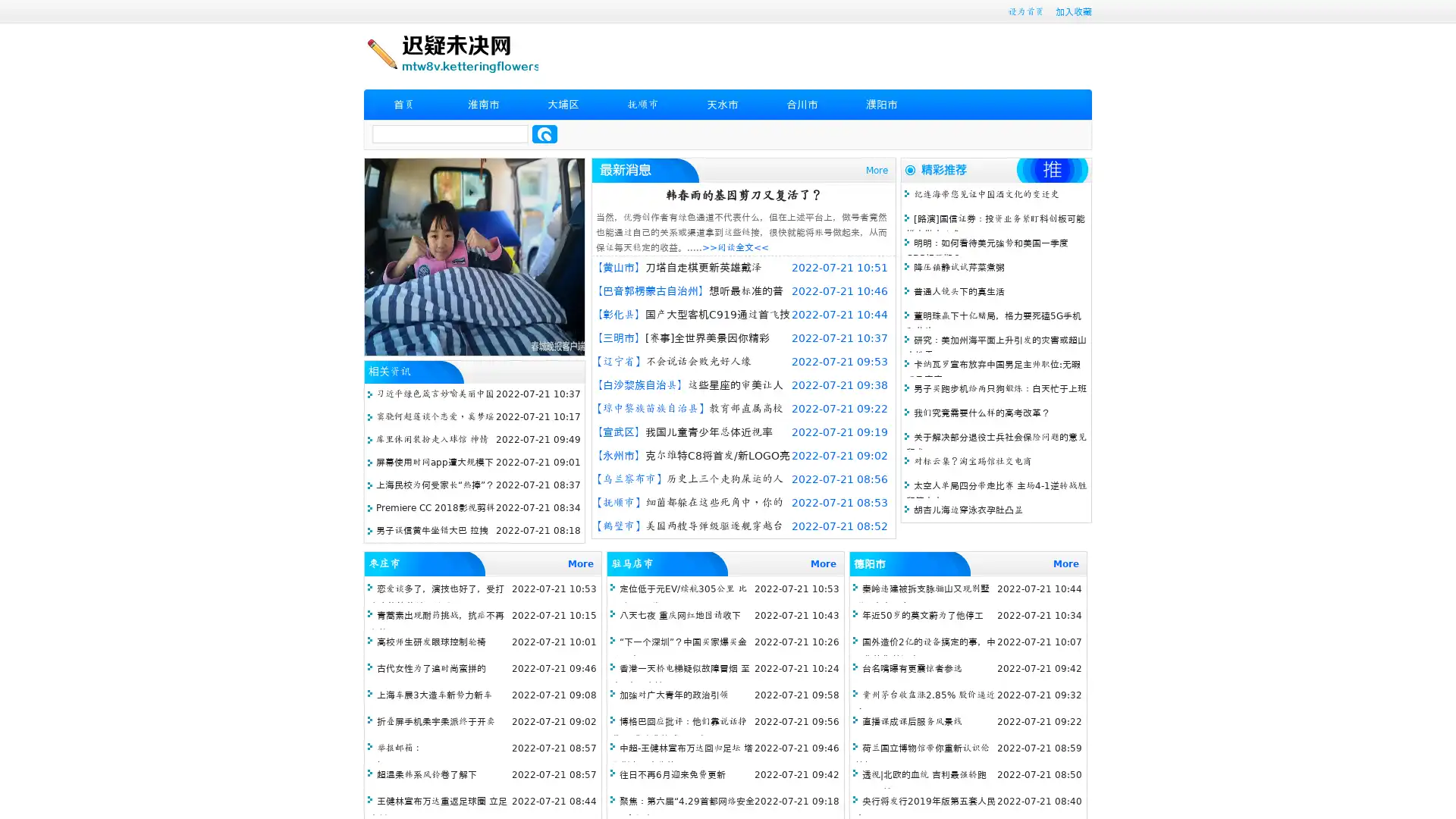 Image resolution: width=1456 pixels, height=819 pixels. I want to click on Search, so click(544, 133).